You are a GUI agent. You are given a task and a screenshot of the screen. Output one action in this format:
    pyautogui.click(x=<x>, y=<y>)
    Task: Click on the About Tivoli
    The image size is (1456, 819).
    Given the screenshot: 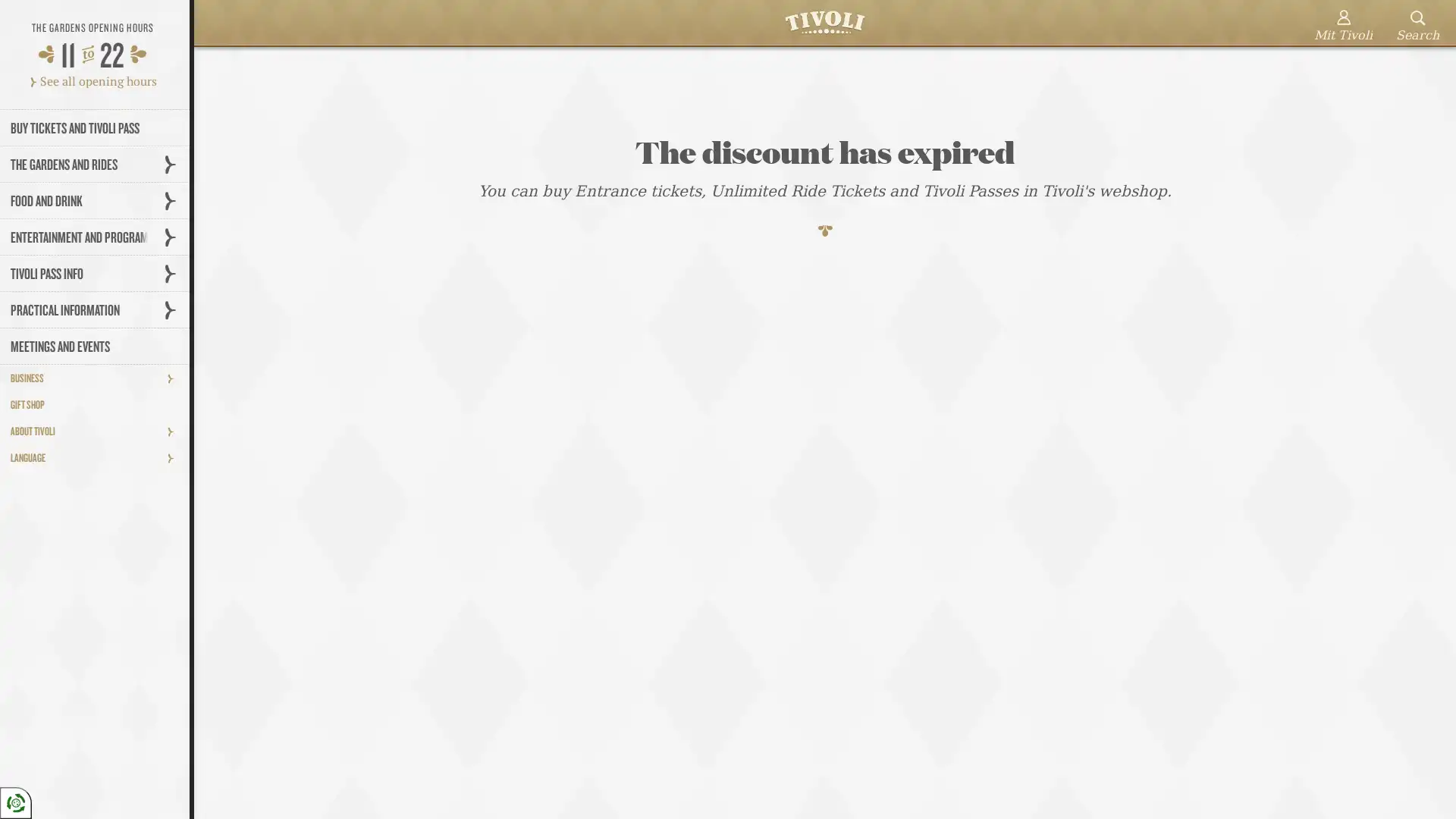 What is the action you would take?
    pyautogui.click(x=174, y=431)
    